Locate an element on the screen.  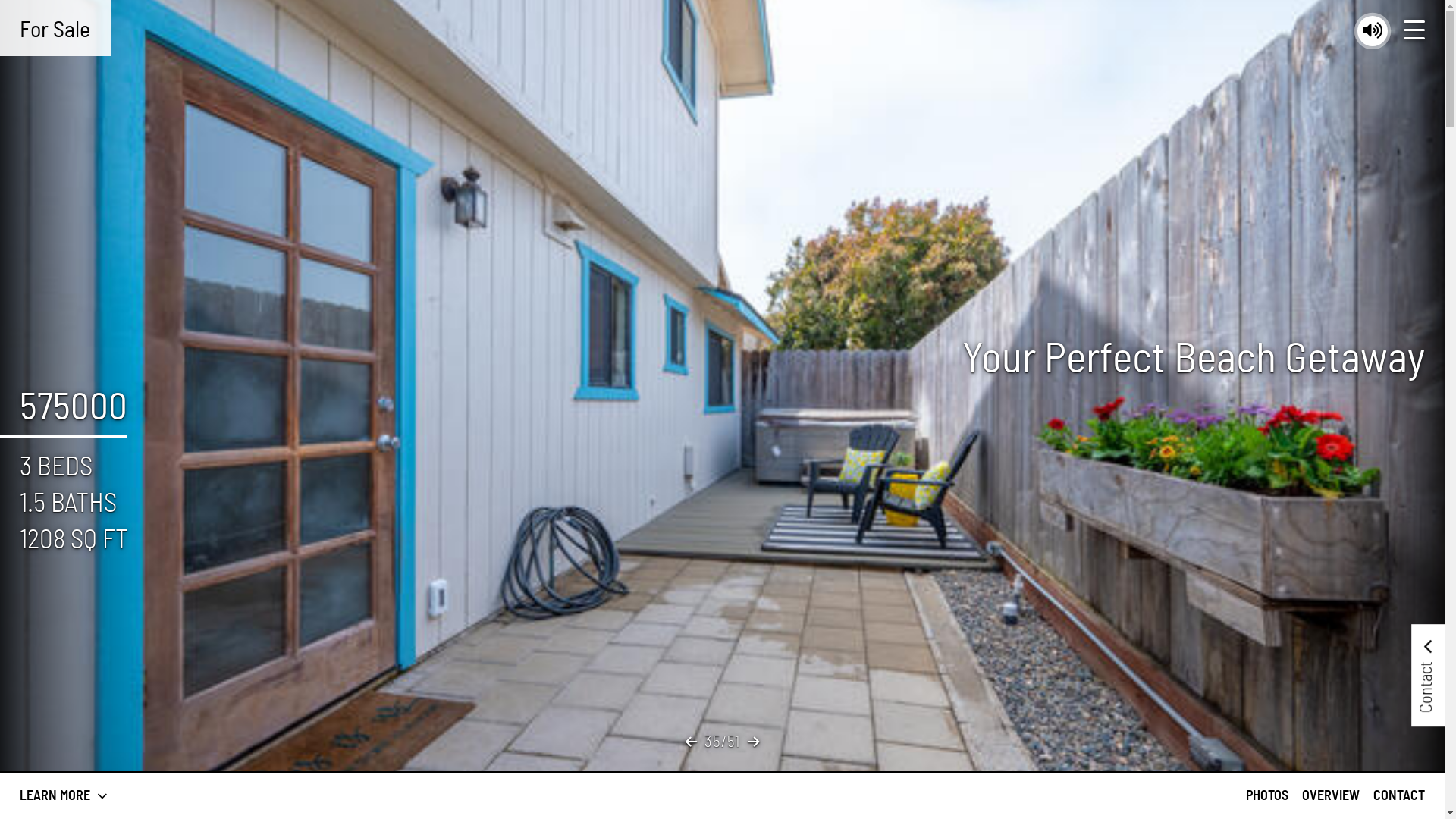
'CONTACT' is located at coordinates (1398, 795).